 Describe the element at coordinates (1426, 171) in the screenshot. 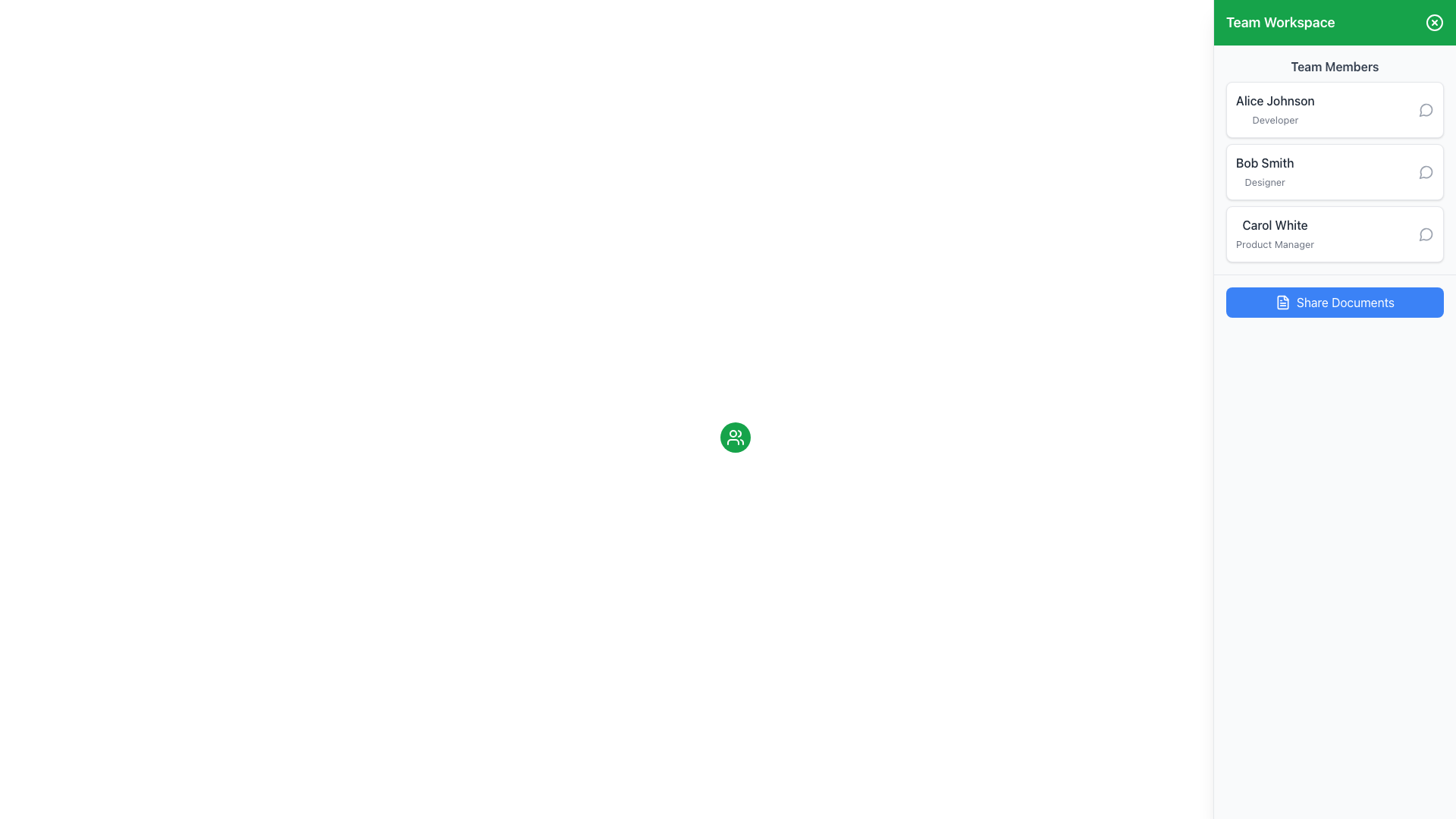

I see `the chat bubble icon, which is a small circular speech bubble styled in light gray, located in the card for 'Bob Smith'` at that location.